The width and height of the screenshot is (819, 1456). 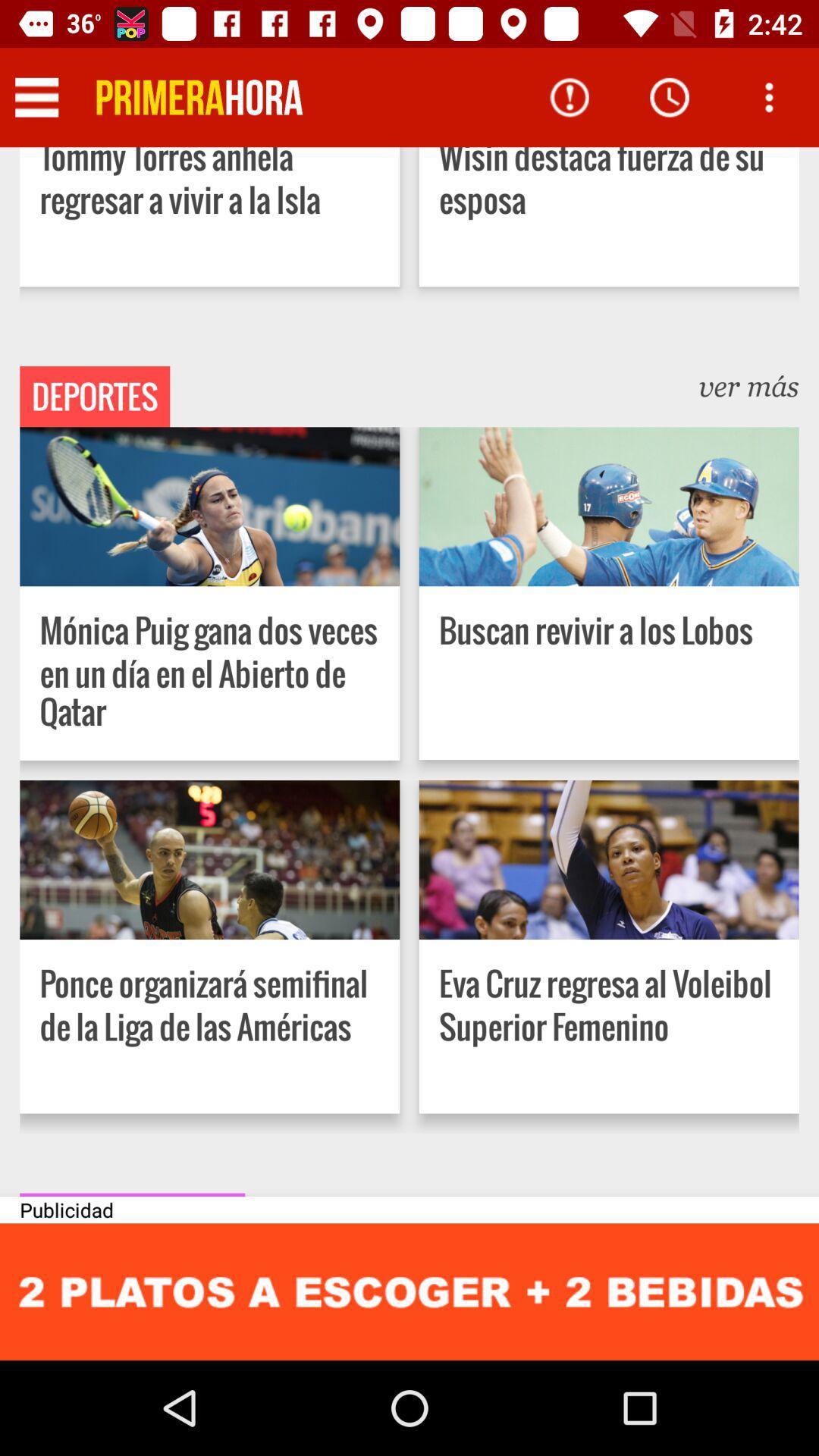 What do you see at coordinates (199, 96) in the screenshot?
I see `name of website` at bounding box center [199, 96].